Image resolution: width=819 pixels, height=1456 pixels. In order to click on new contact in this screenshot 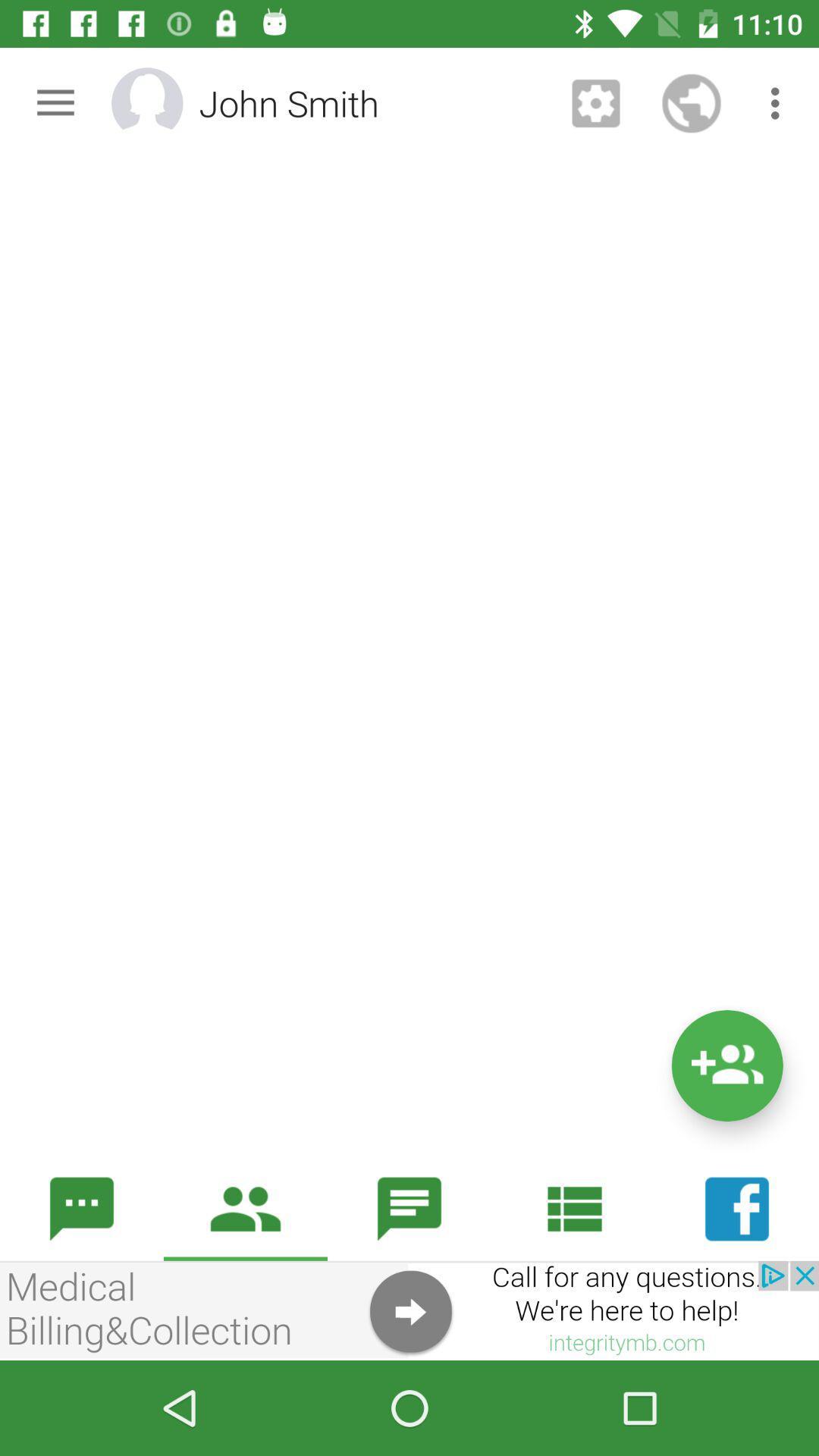, I will do `click(726, 1065)`.